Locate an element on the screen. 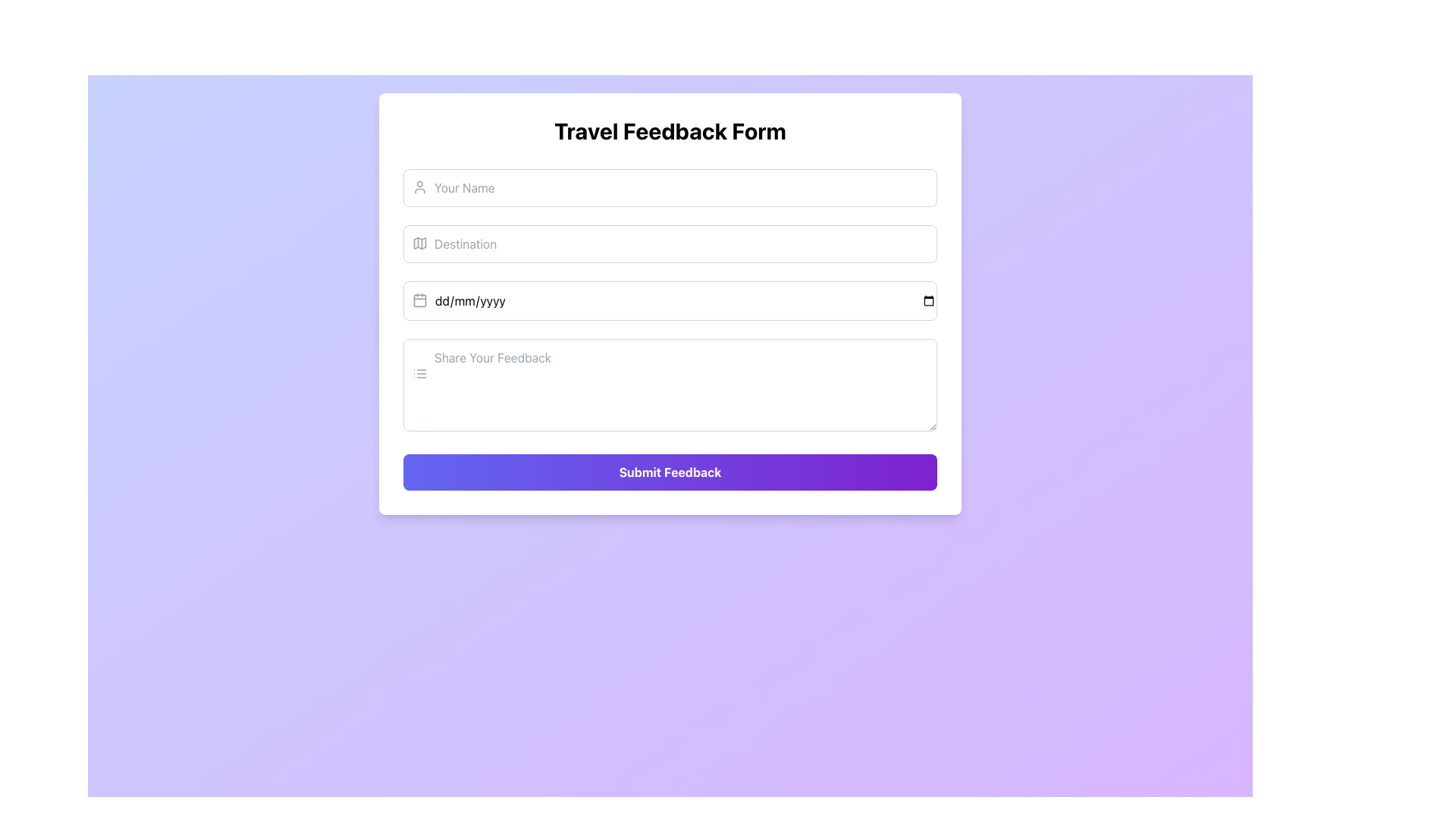 This screenshot has height=819, width=1456. the bold text header reading 'Travel Feedback Form', which is centrally aligned at the top of the form interface and styled with a gradient color scheme from indigo to purple is located at coordinates (669, 130).